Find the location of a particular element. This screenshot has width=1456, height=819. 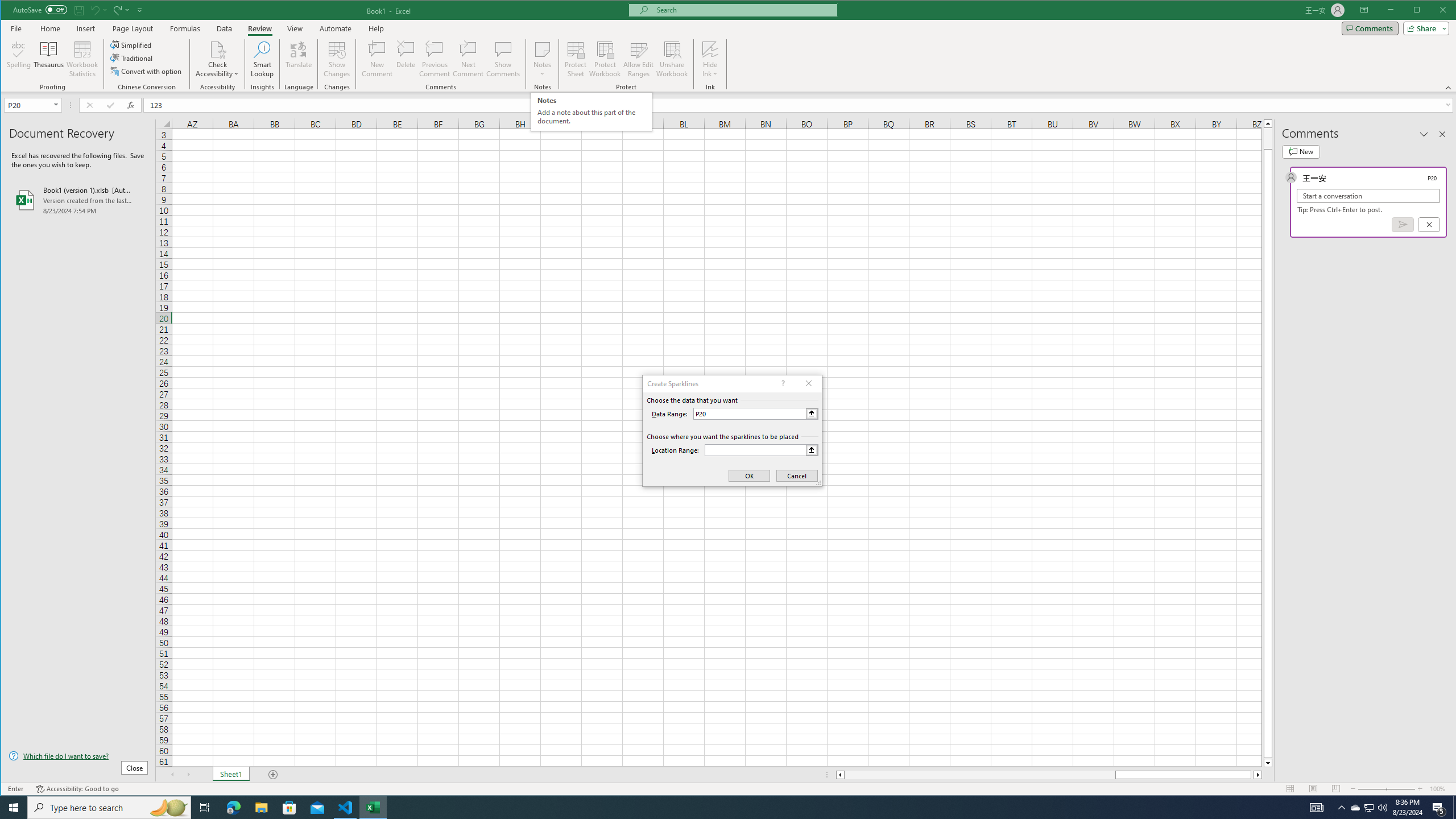

'Protect Sheet...' is located at coordinates (575, 59).